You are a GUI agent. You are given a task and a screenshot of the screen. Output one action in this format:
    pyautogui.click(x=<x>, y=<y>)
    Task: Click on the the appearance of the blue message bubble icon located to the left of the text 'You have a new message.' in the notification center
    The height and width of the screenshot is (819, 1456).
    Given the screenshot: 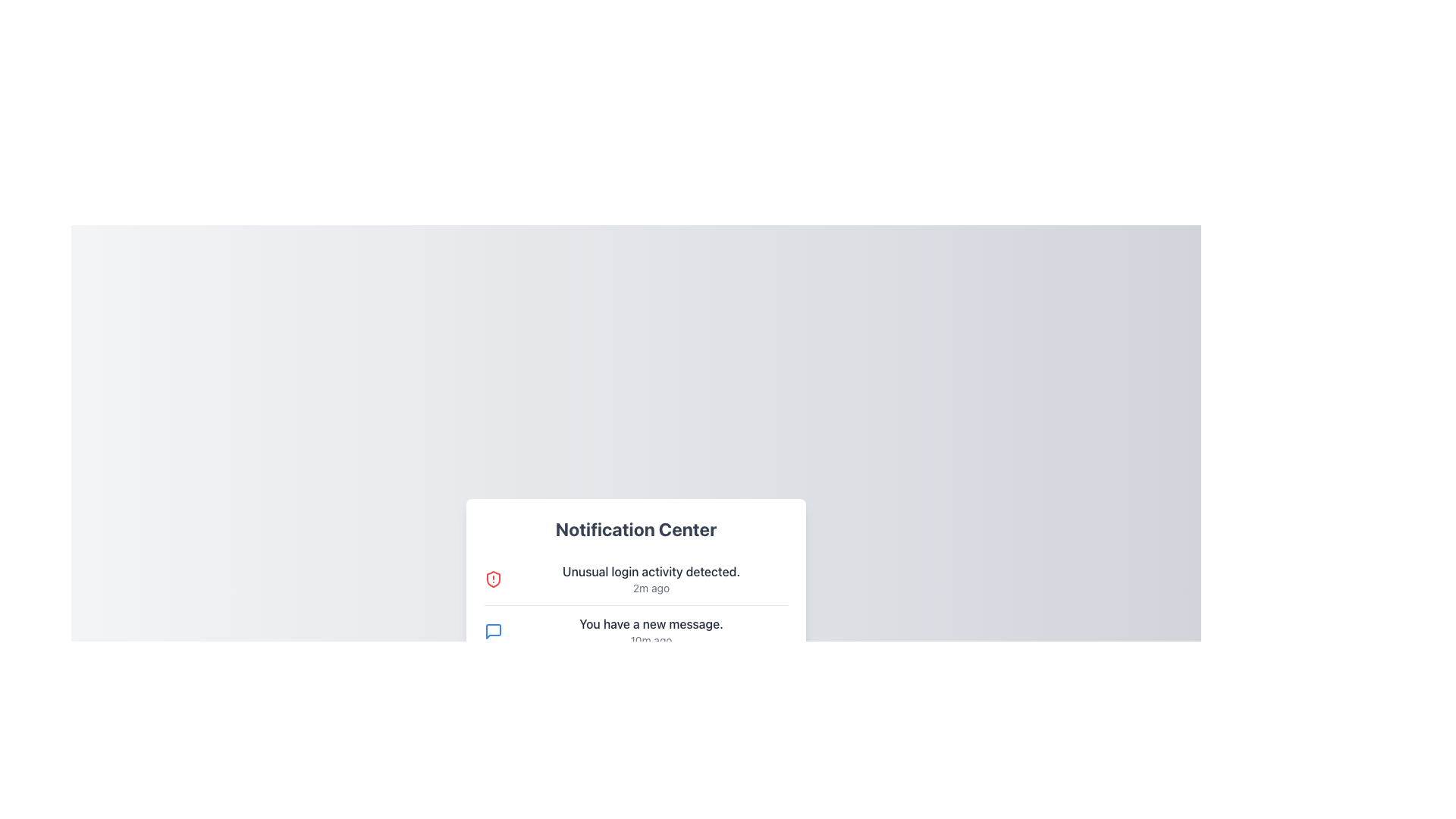 What is the action you would take?
    pyautogui.click(x=494, y=632)
    